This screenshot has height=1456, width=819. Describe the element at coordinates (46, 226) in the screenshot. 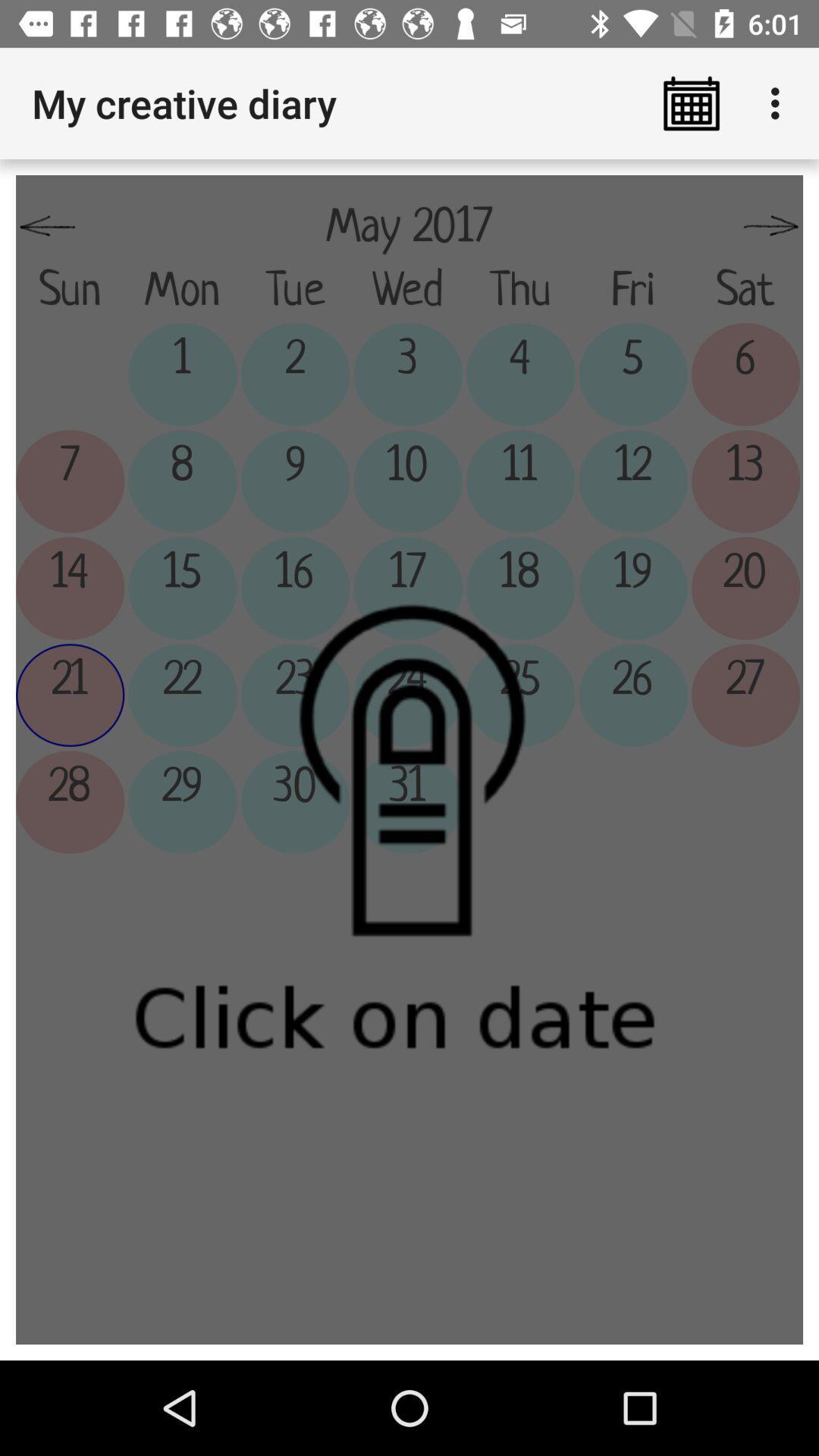

I see `the item above the sun item` at that location.